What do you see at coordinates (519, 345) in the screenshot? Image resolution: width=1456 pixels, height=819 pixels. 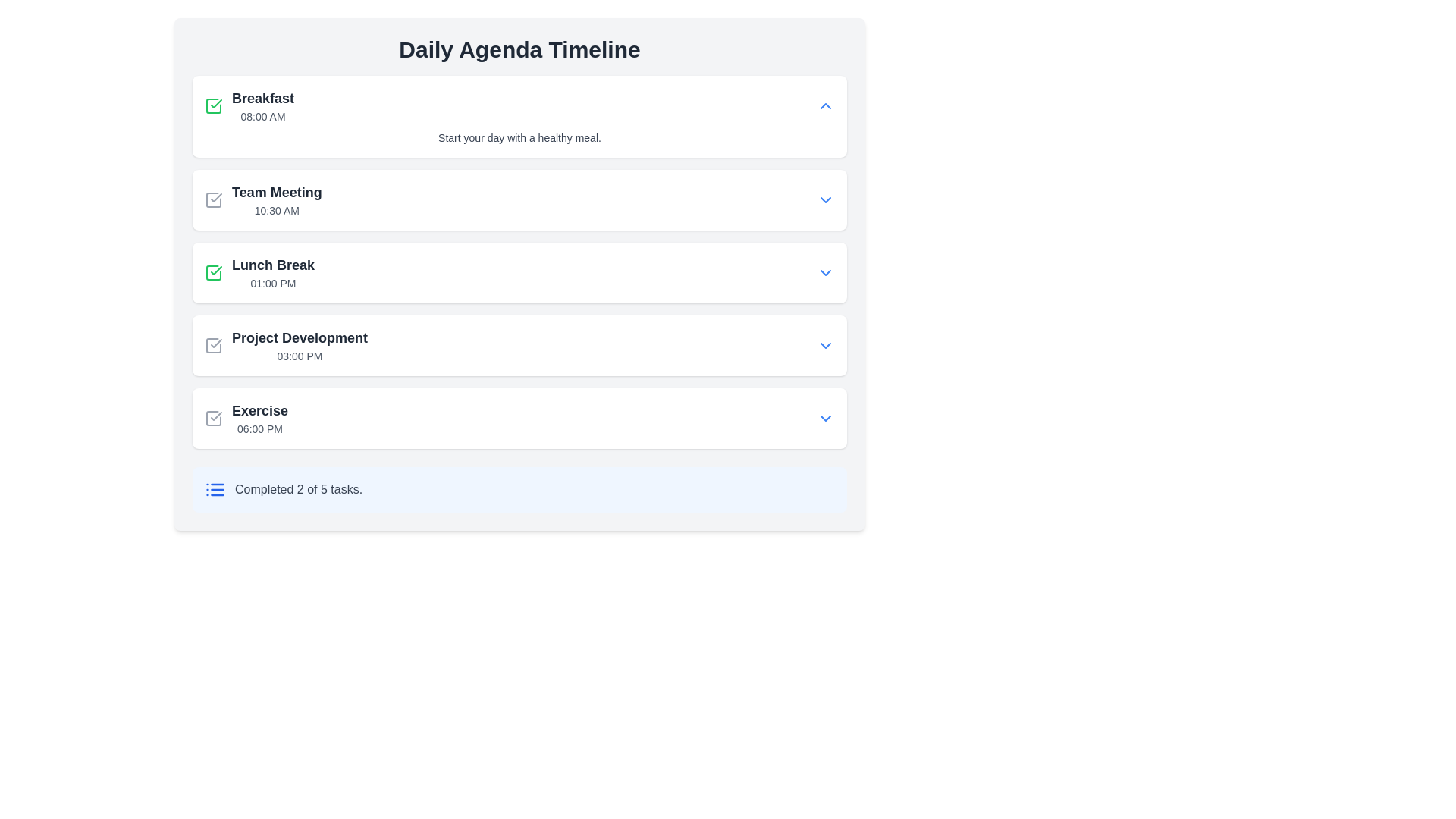 I see `the timeline entry for 'Project Development' scheduled at 3:00 PM` at bounding box center [519, 345].